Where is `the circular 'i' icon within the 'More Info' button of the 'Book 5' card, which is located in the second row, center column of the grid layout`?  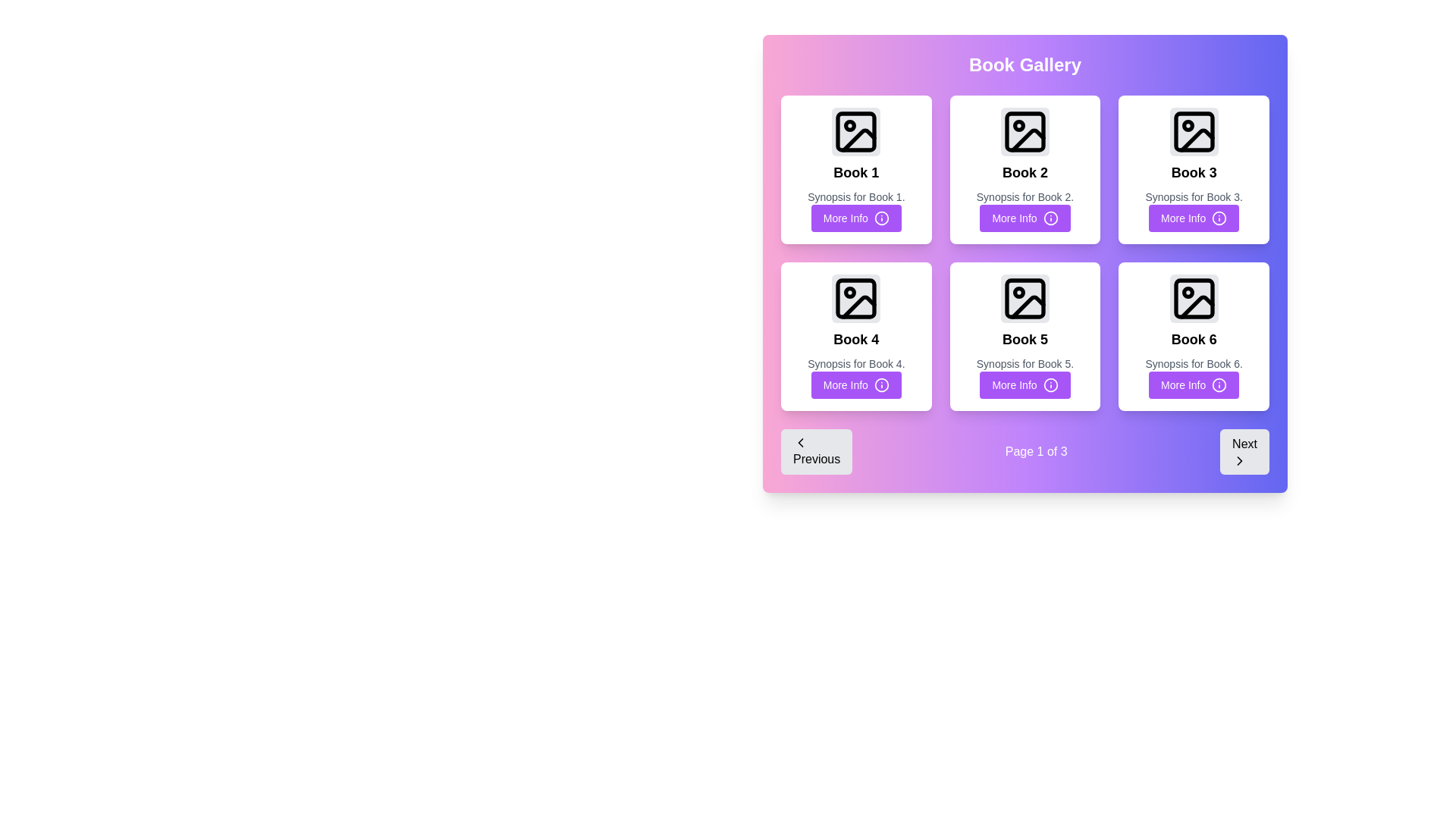 the circular 'i' icon within the 'More Info' button of the 'Book 5' card, which is located in the second row, center column of the grid layout is located at coordinates (1050, 384).